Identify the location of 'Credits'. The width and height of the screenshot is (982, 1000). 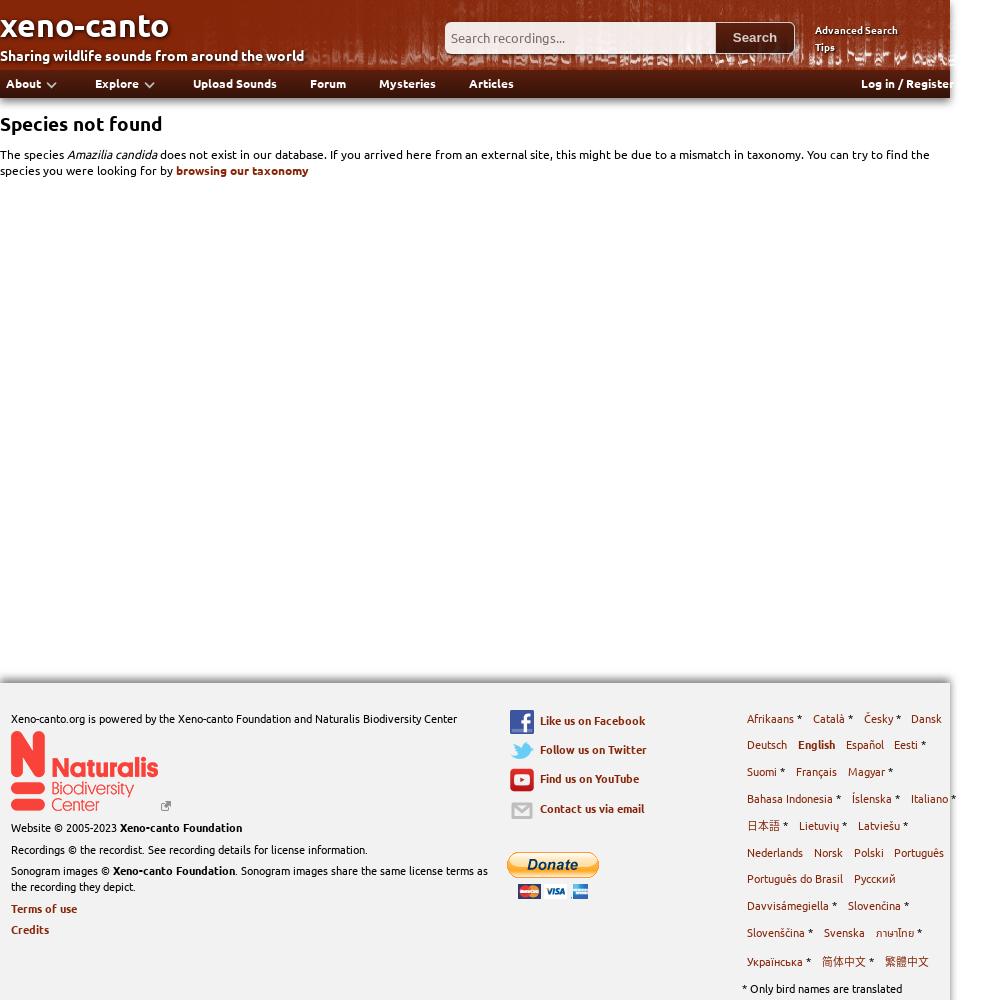
(27, 929).